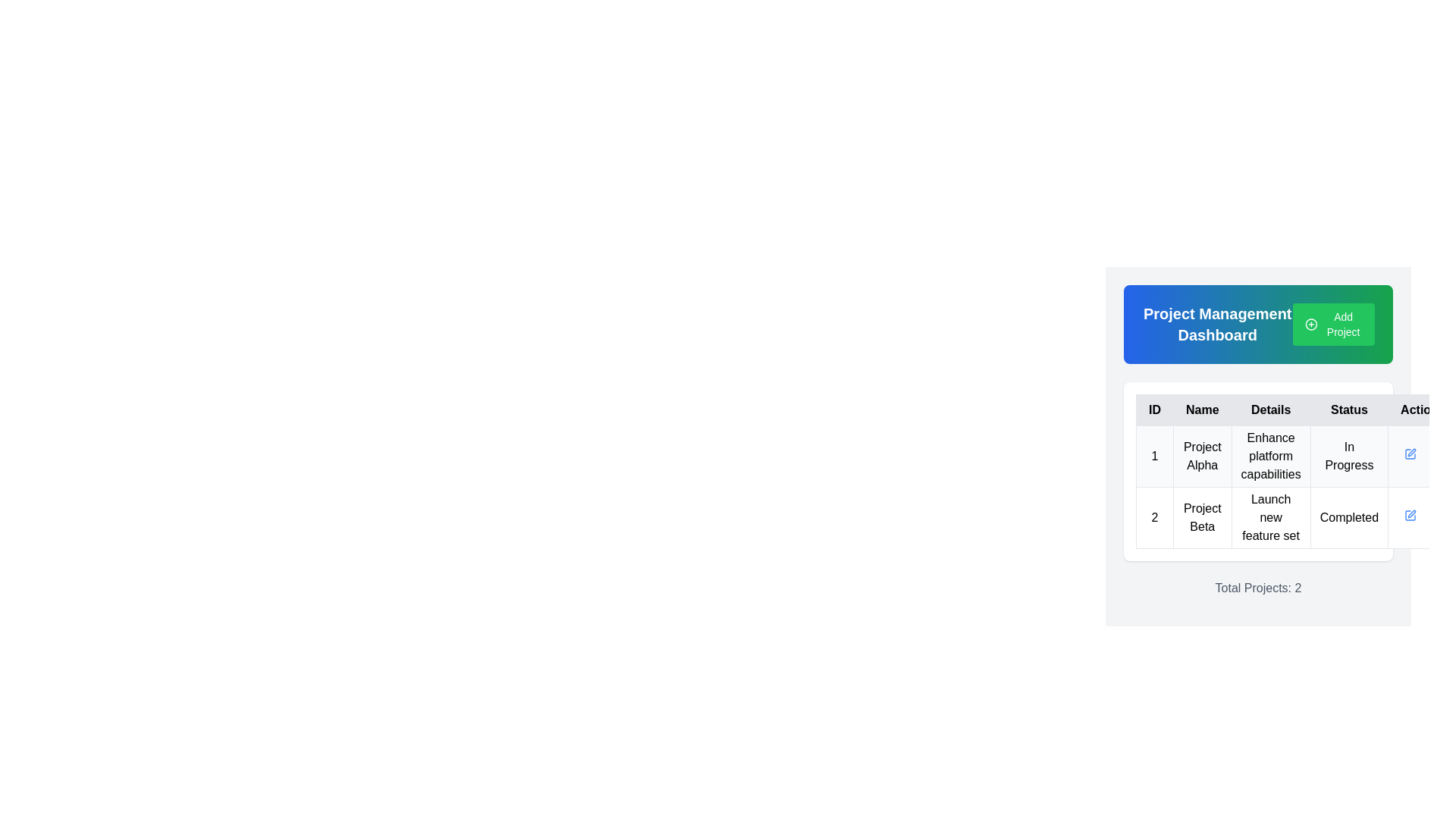  I want to click on the descriptive text display in the 'Details' column of row '2' for 'Project Beta', so click(1271, 516).